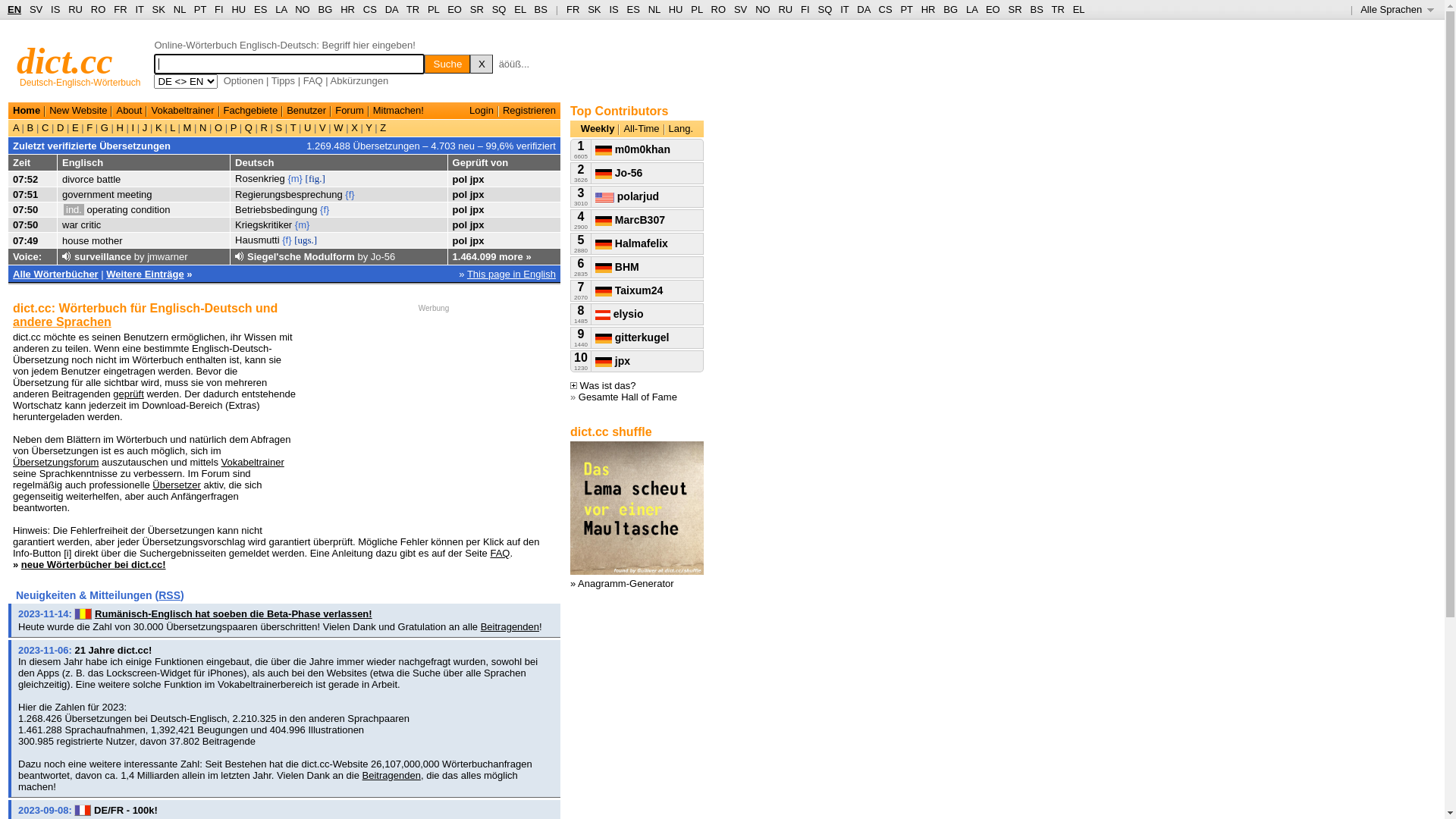 Image resolution: width=1456 pixels, height=819 pixels. I want to click on 'U', so click(306, 127).